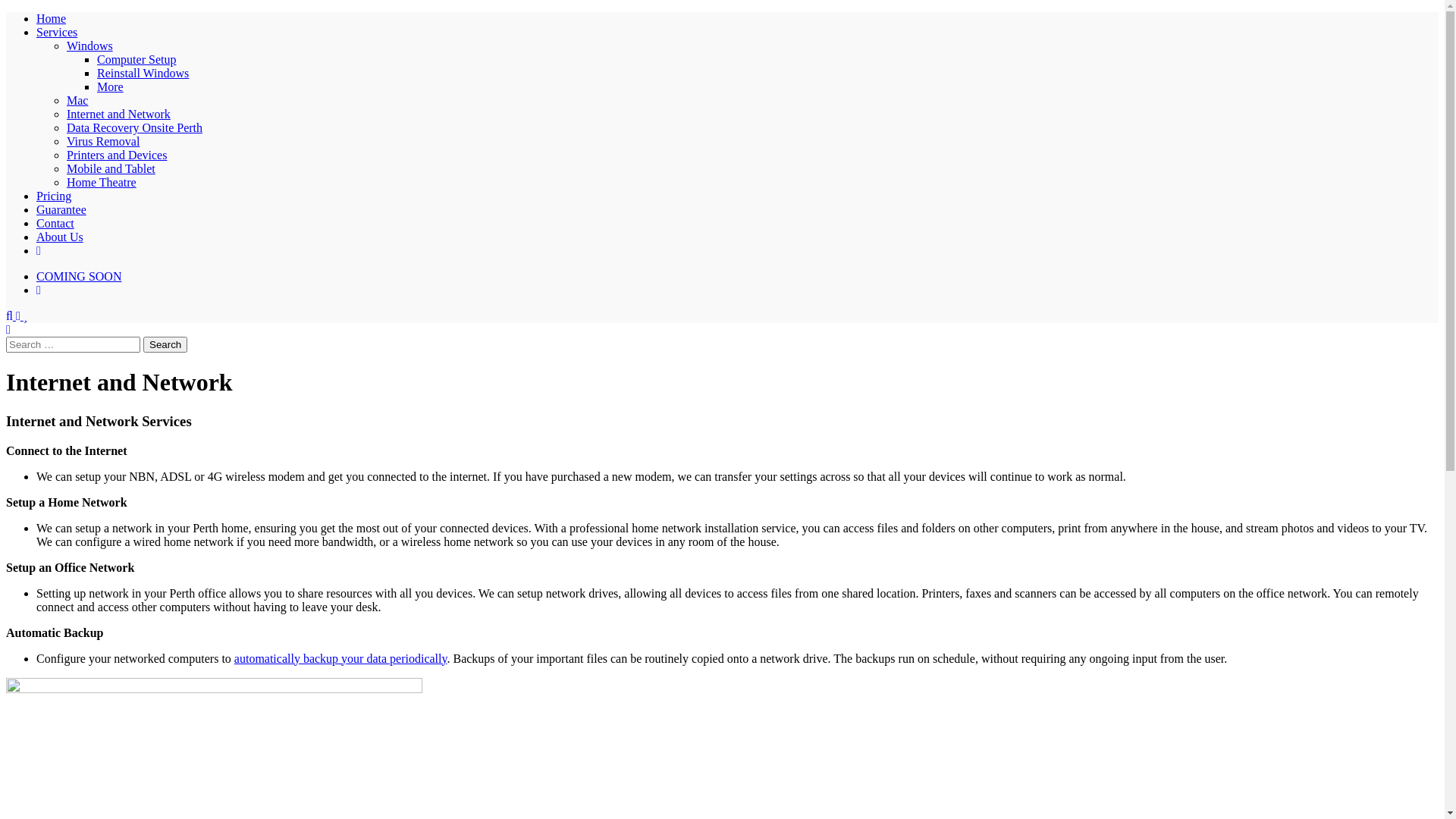 The width and height of the screenshot is (1456, 819). Describe the element at coordinates (57, 32) in the screenshot. I see `'Services'` at that location.